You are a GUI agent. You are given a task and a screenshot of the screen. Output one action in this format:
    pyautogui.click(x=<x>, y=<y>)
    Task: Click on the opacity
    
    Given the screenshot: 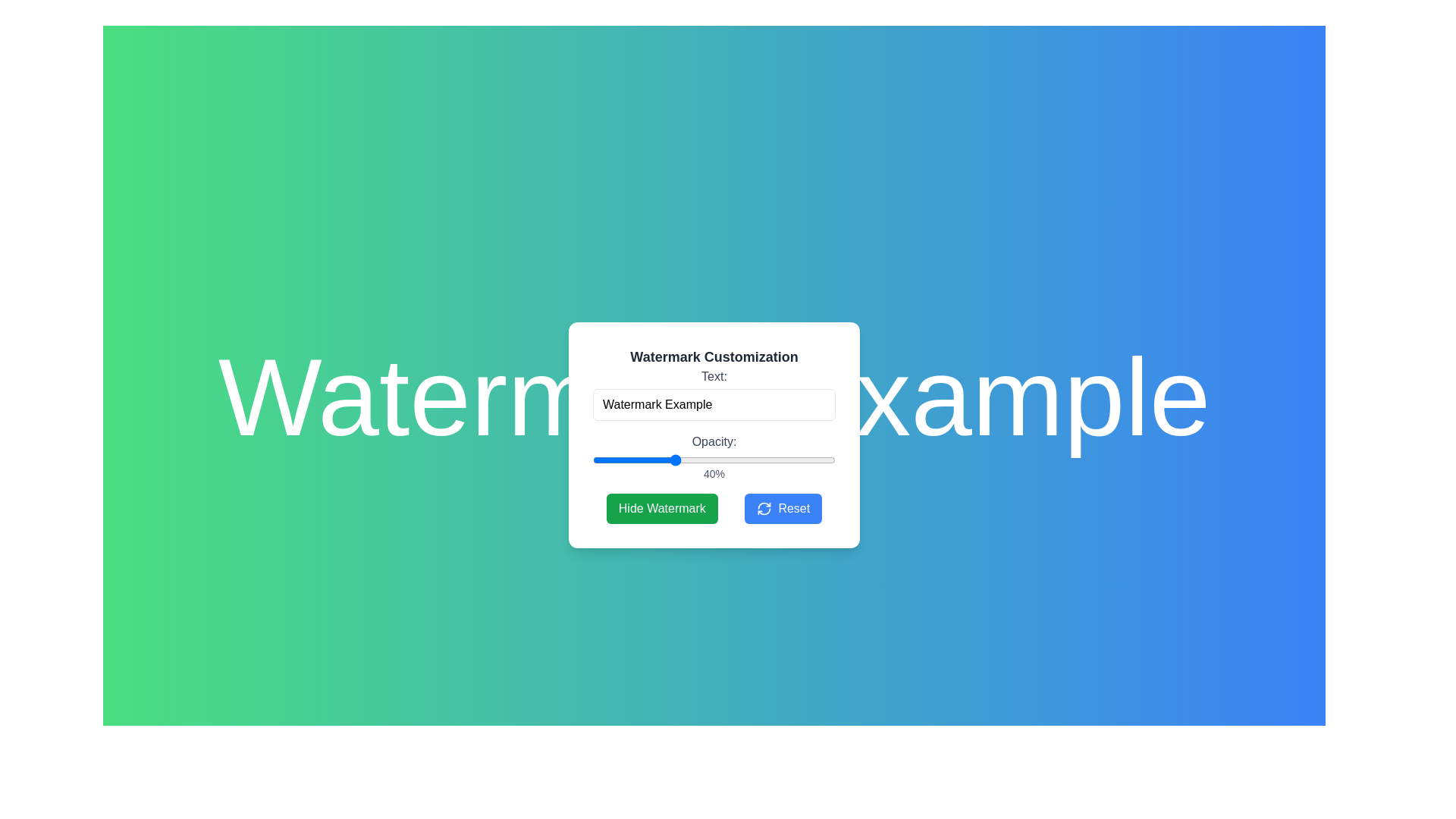 What is the action you would take?
    pyautogui.click(x=666, y=459)
    